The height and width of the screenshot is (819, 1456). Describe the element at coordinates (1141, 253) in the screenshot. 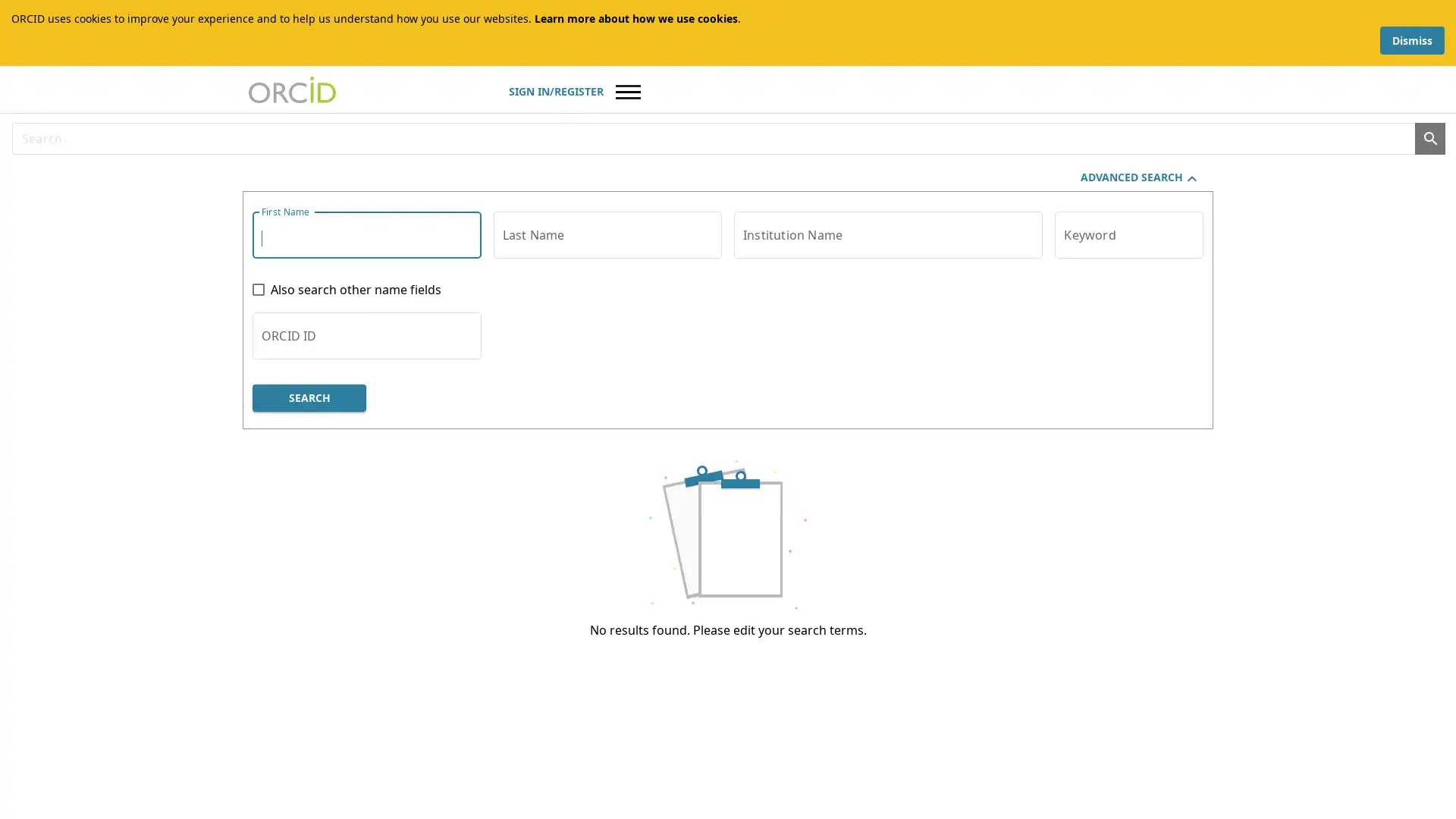

I see `Hide advanced search form` at that location.